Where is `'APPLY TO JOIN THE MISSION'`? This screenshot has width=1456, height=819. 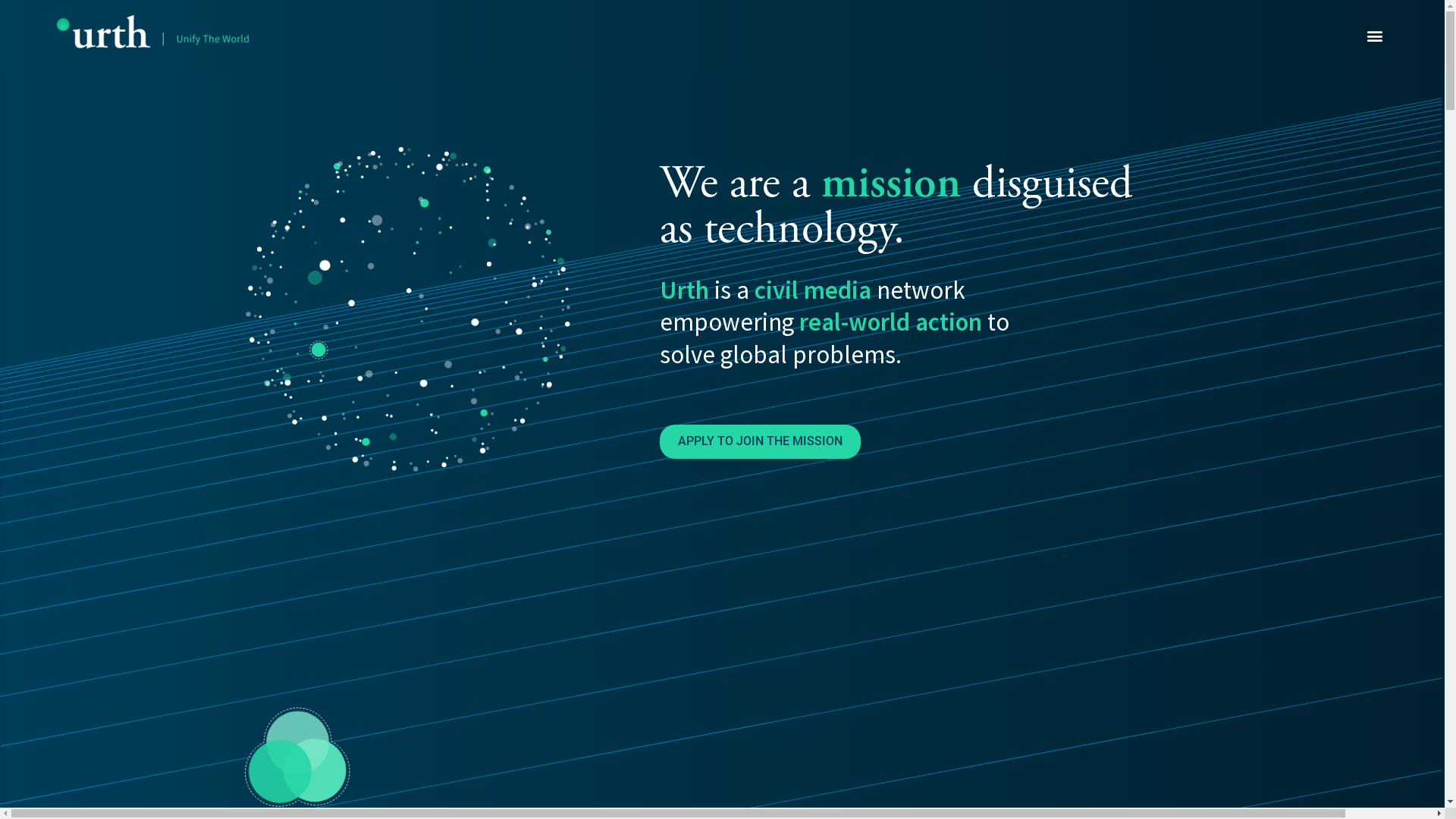 'APPLY TO JOIN THE MISSION' is located at coordinates (760, 441).